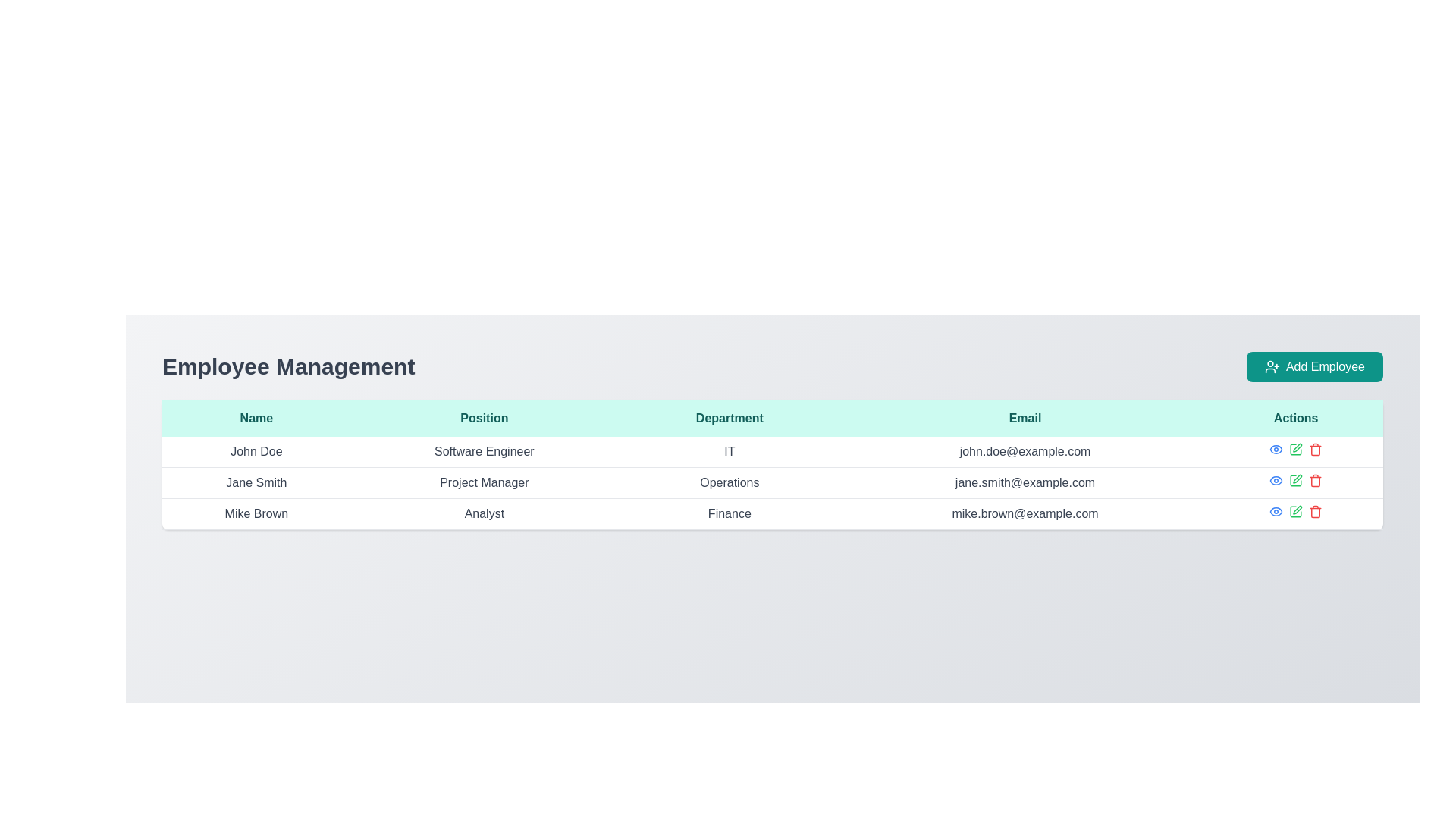 The image size is (1456, 819). I want to click on the second row of the data table containing employee details, so click(772, 482).